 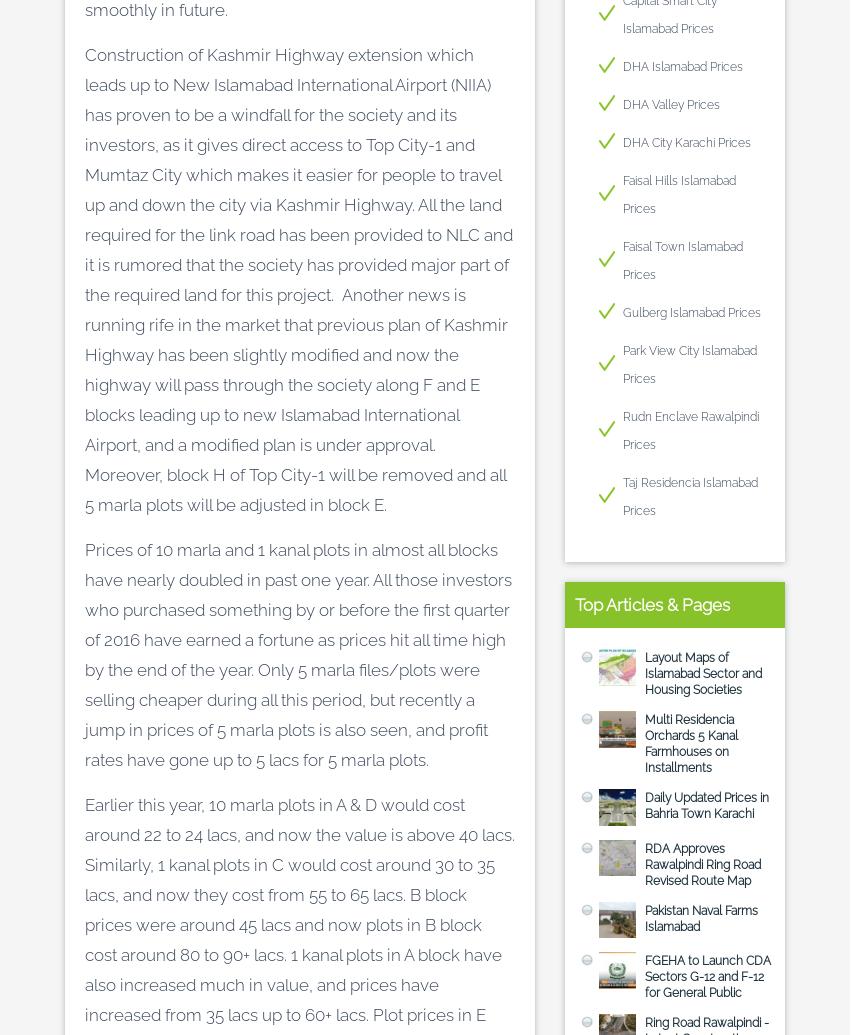 I want to click on 'Gulberg Islamabad Prices', so click(x=692, y=312).